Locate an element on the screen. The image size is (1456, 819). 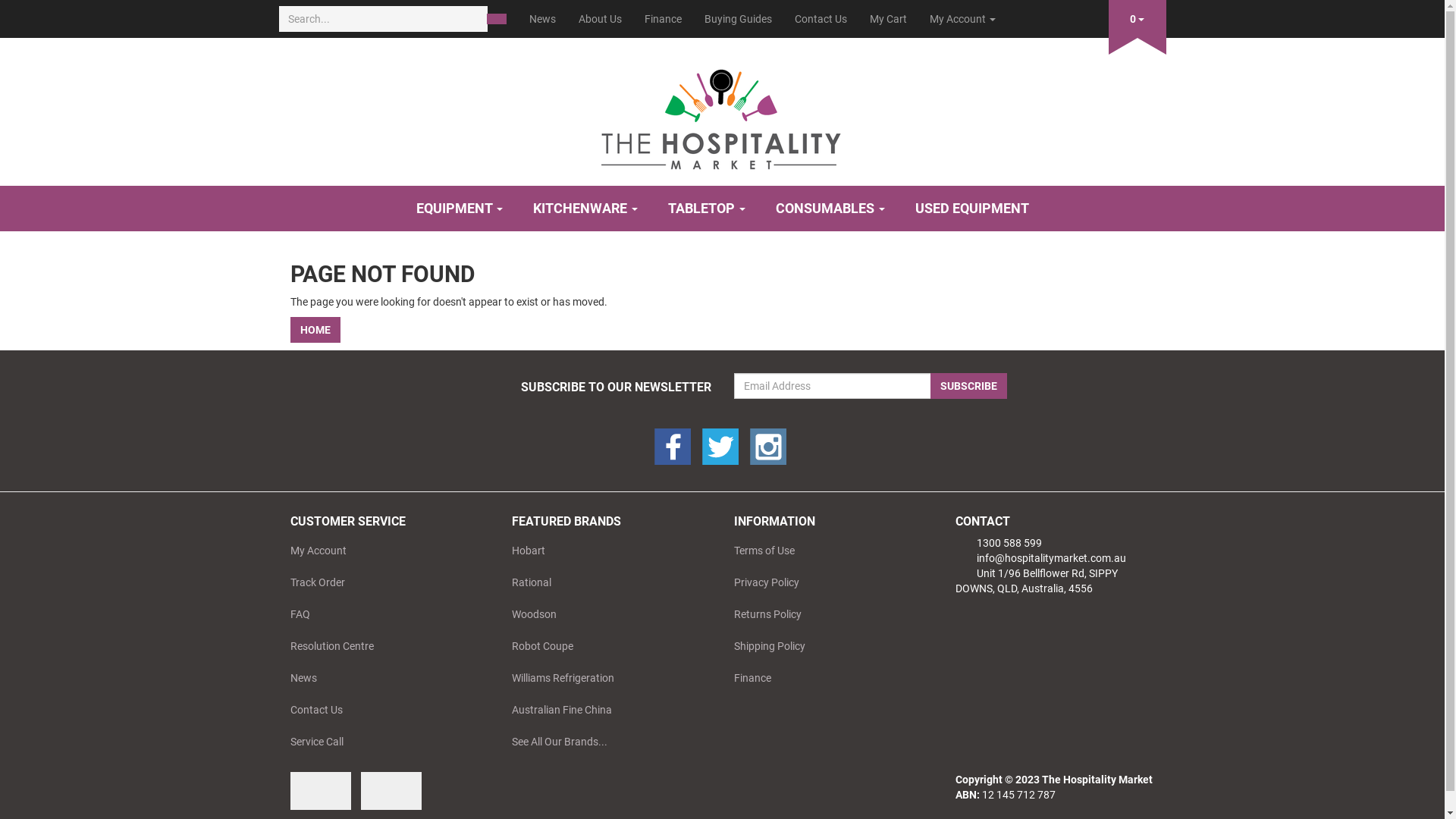
'Subscribe' is located at coordinates (967, 385).